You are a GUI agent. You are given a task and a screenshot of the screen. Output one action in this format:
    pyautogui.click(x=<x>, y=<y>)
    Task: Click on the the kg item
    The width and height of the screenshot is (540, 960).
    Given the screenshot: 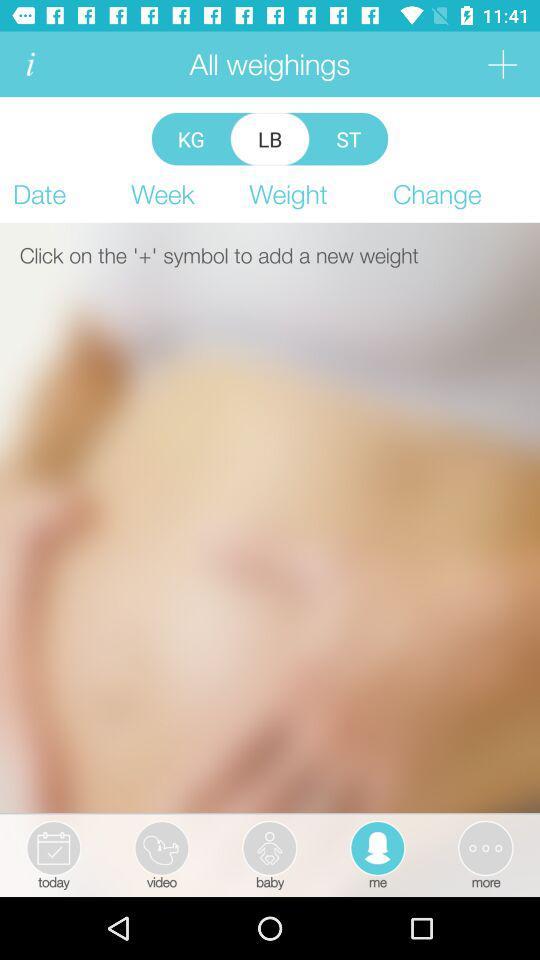 What is the action you would take?
    pyautogui.click(x=191, y=138)
    